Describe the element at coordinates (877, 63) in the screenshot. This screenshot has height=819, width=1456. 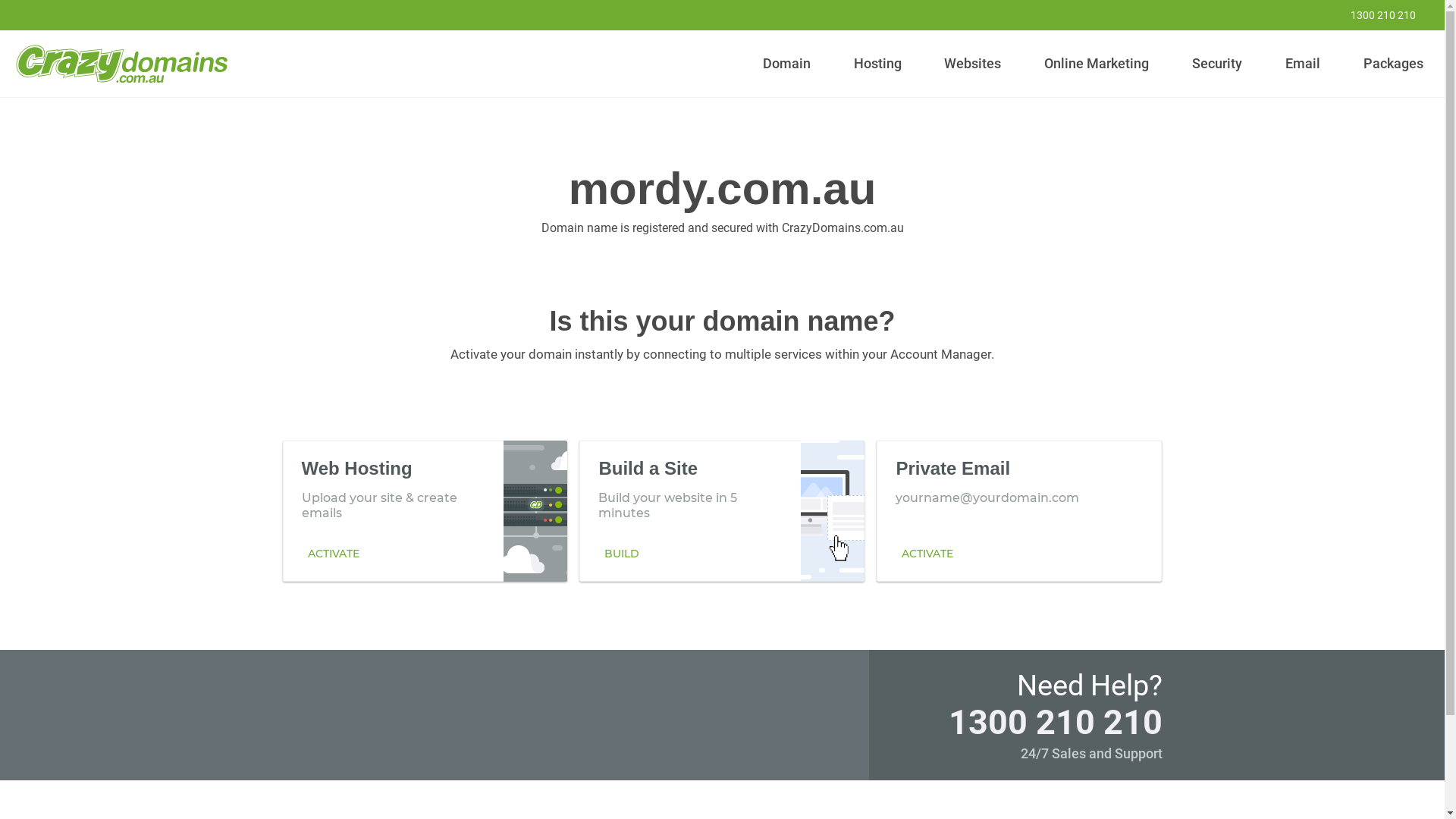
I see `'Hosting'` at that location.